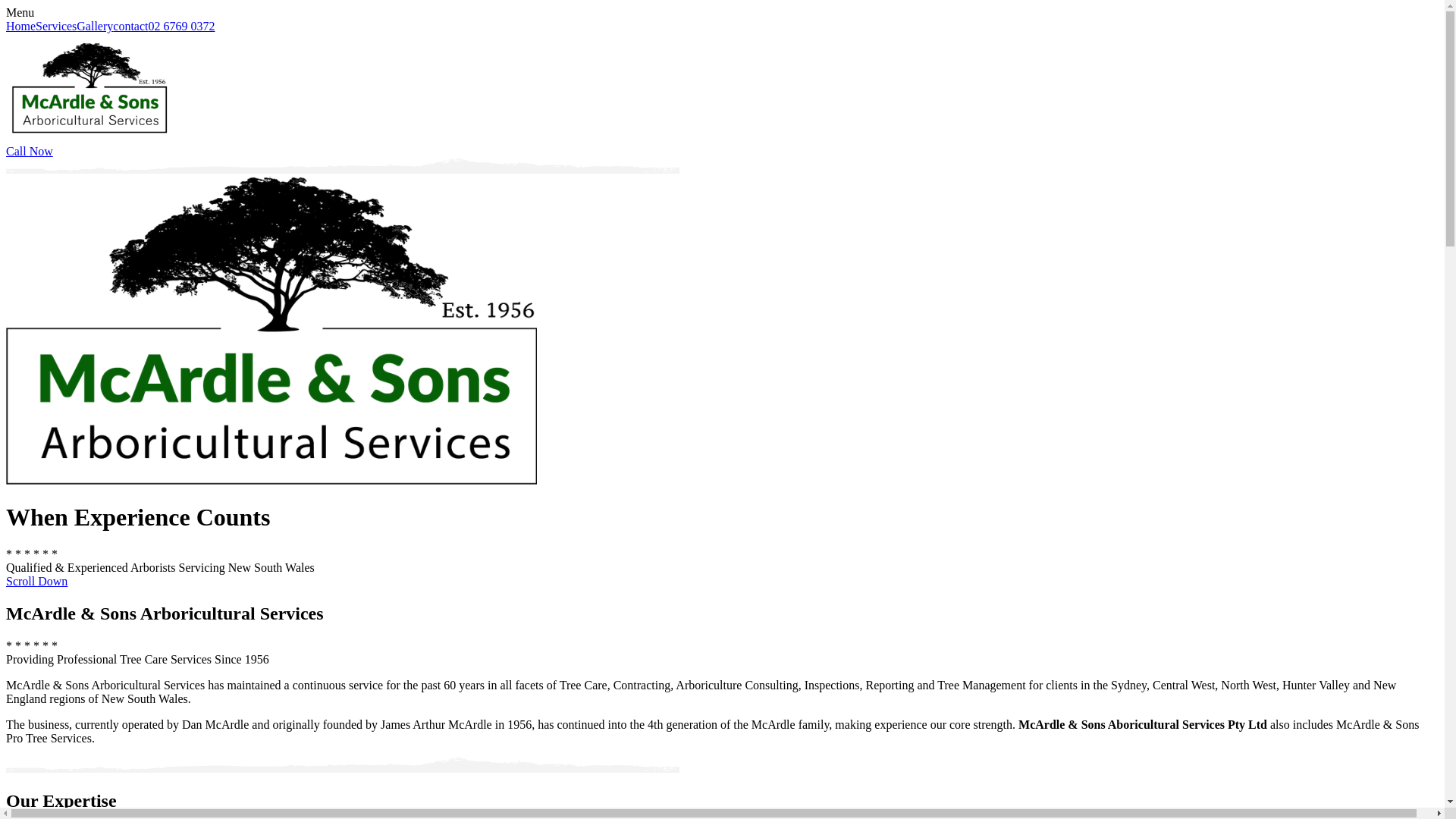  I want to click on 'contact', so click(130, 26).